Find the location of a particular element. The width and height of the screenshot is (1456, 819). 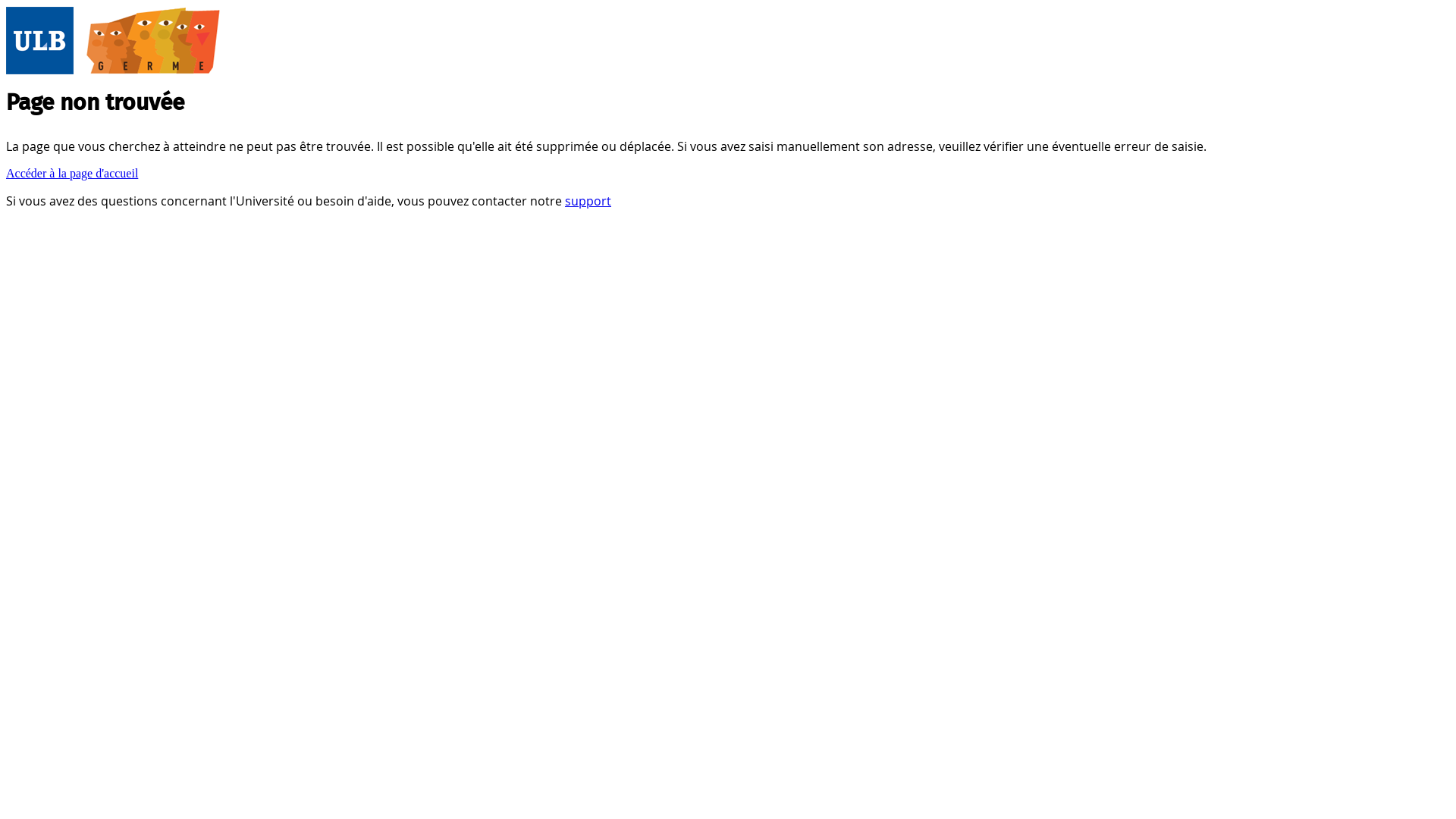

'support' is located at coordinates (587, 200).